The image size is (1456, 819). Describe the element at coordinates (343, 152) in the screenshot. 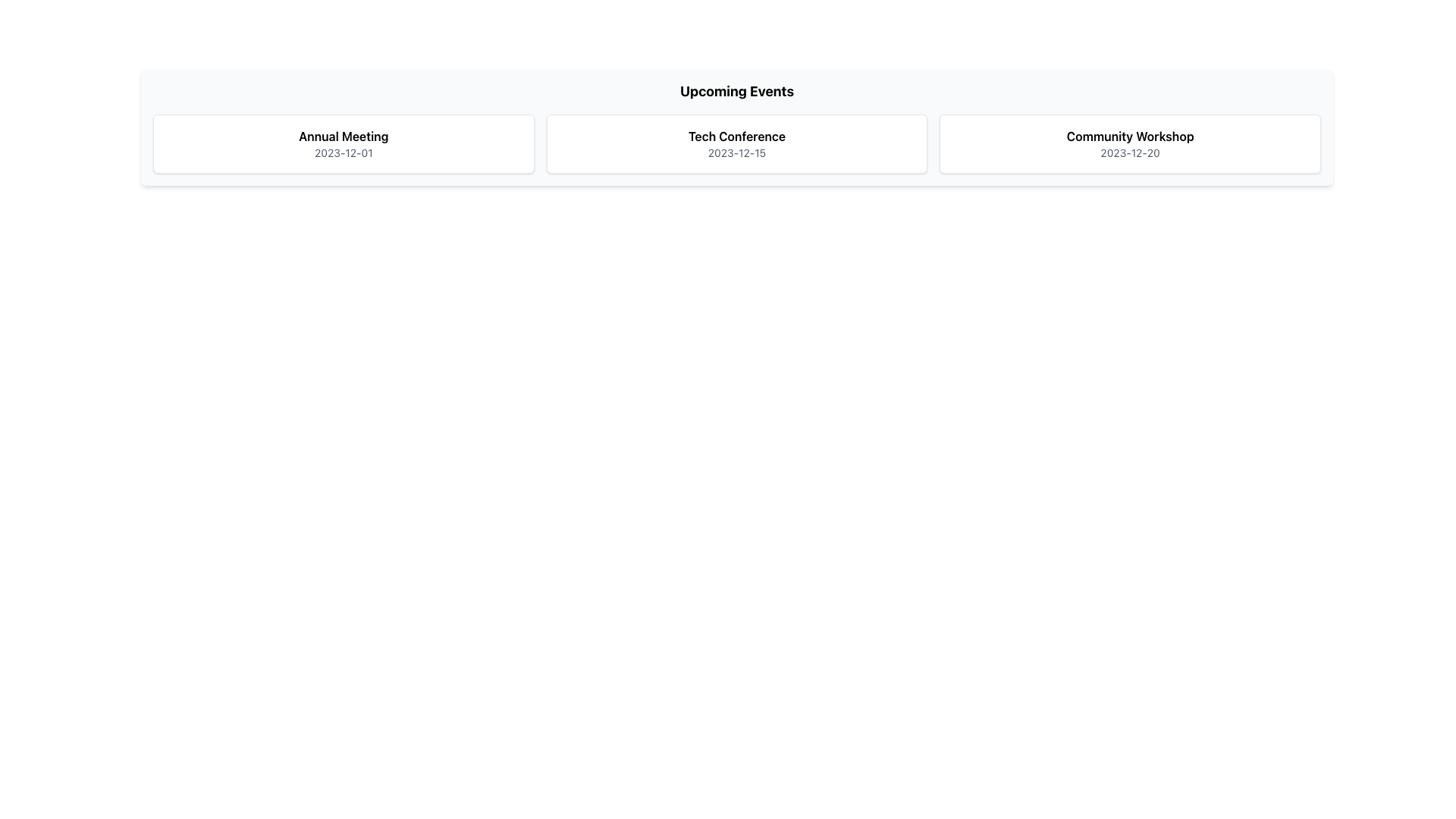

I see `date text label displayed under the 'Annual Meeting' event for its information` at that location.